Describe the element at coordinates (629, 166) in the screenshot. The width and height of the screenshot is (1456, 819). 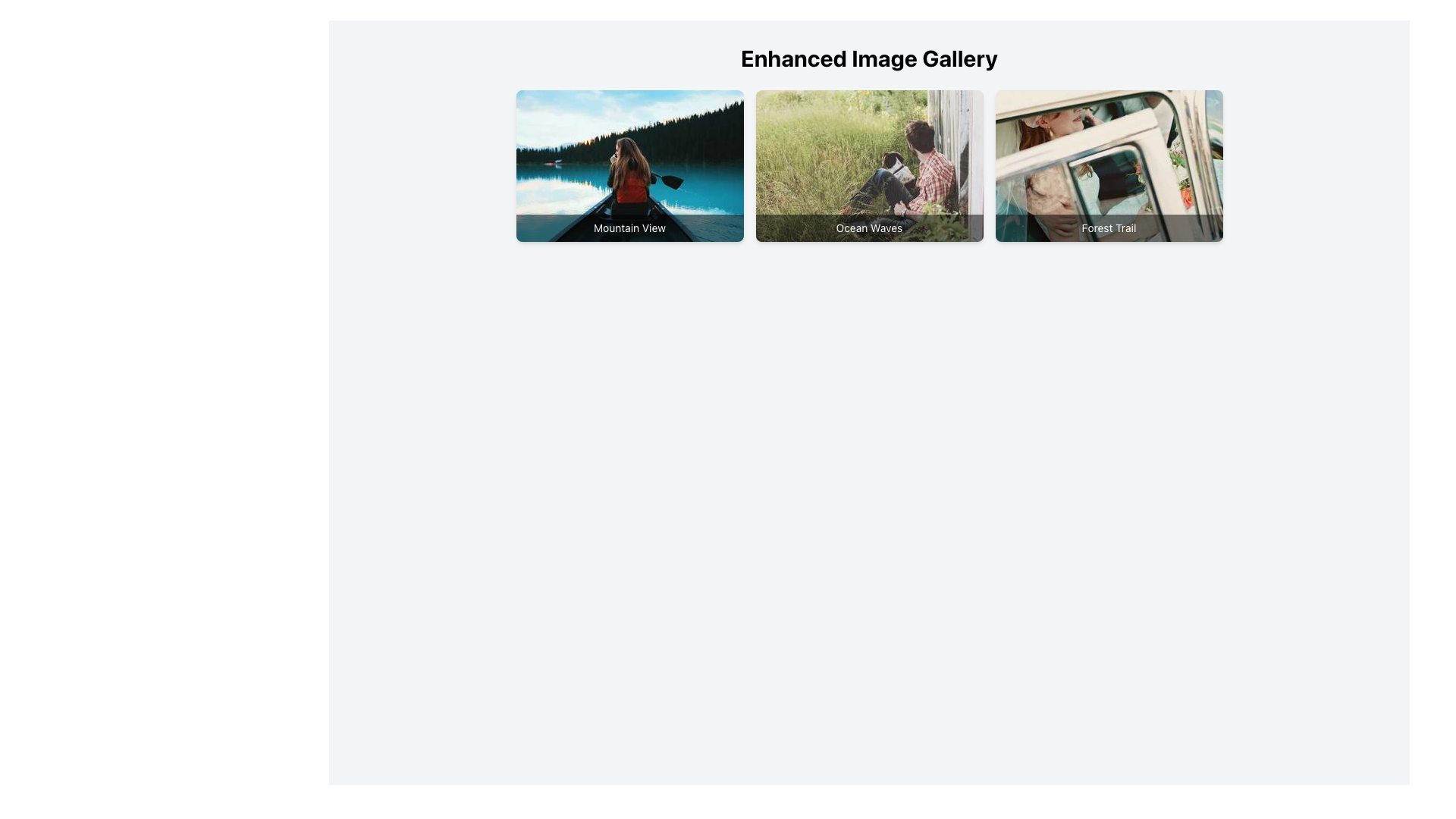
I see `the Interactive media card labeled 'Mountain View' which is the leftmost card in the grid under the header 'Enhanced Image Gallery'` at that location.